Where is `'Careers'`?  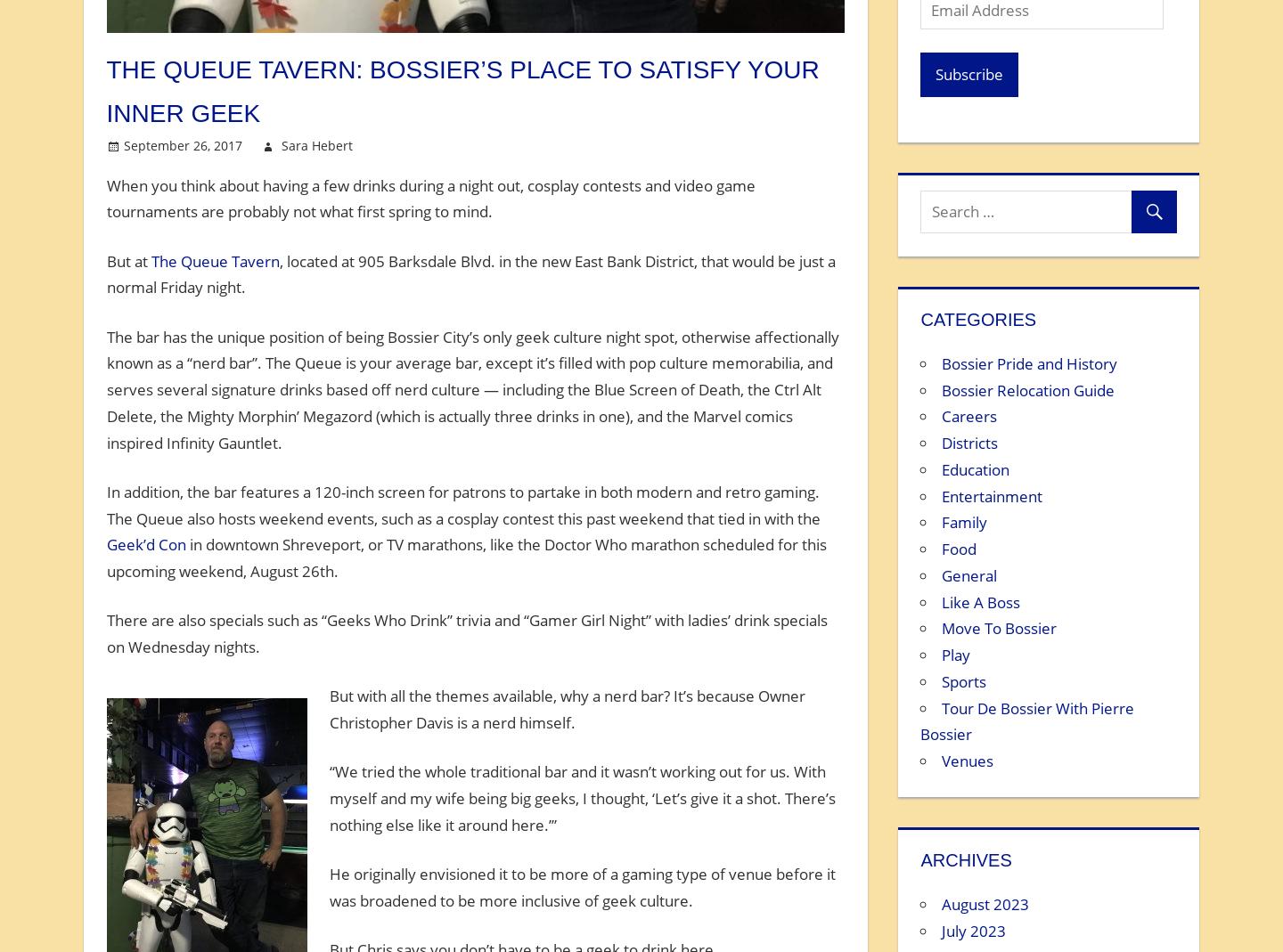 'Careers' is located at coordinates (968, 415).